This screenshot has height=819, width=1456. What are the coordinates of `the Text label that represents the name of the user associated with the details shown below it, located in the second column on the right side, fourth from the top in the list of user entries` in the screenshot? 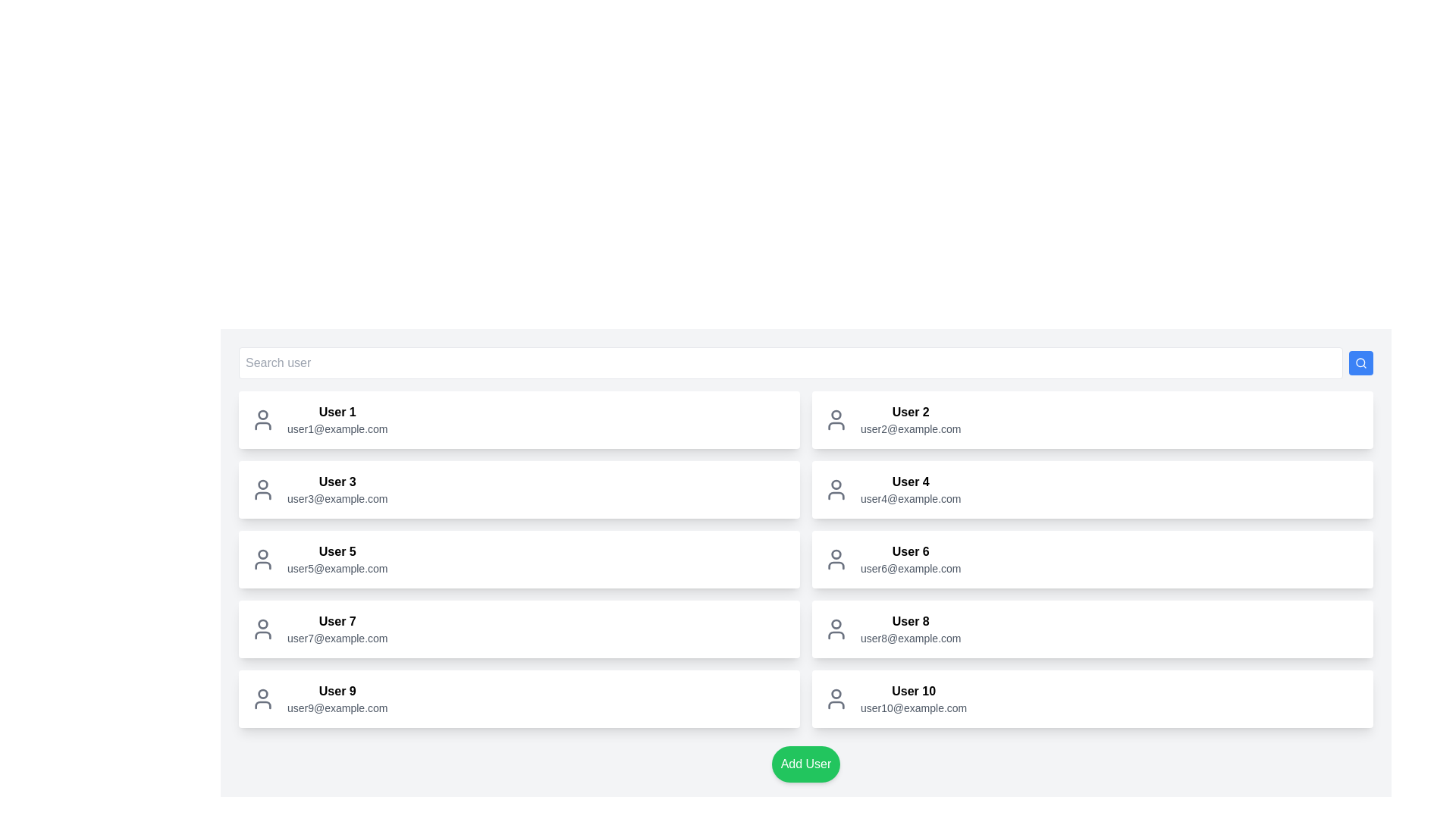 It's located at (910, 482).